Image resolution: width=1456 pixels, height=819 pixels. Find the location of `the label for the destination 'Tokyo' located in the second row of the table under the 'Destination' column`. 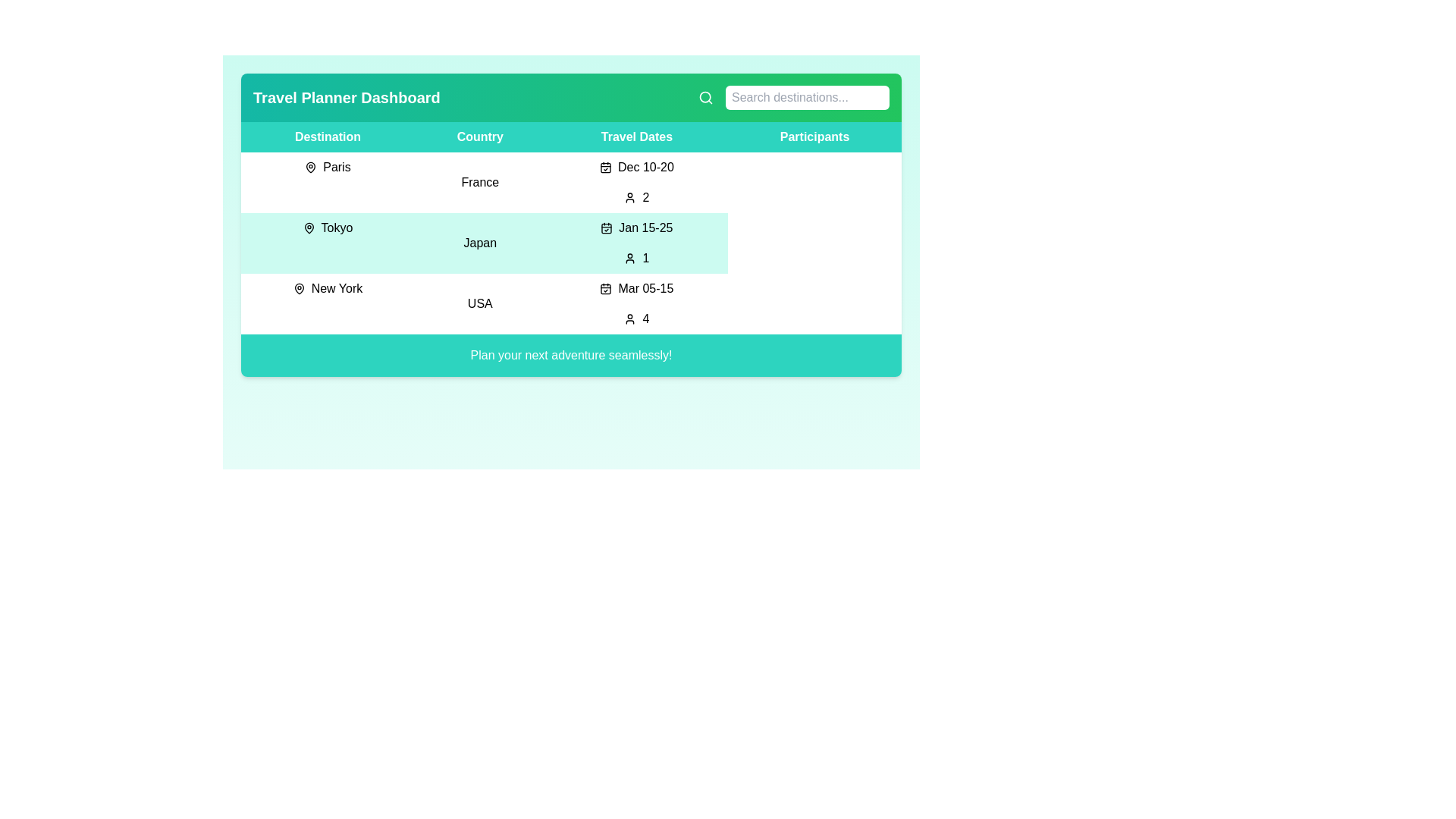

the label for the destination 'Tokyo' located in the second row of the table under the 'Destination' column is located at coordinates (327, 227).